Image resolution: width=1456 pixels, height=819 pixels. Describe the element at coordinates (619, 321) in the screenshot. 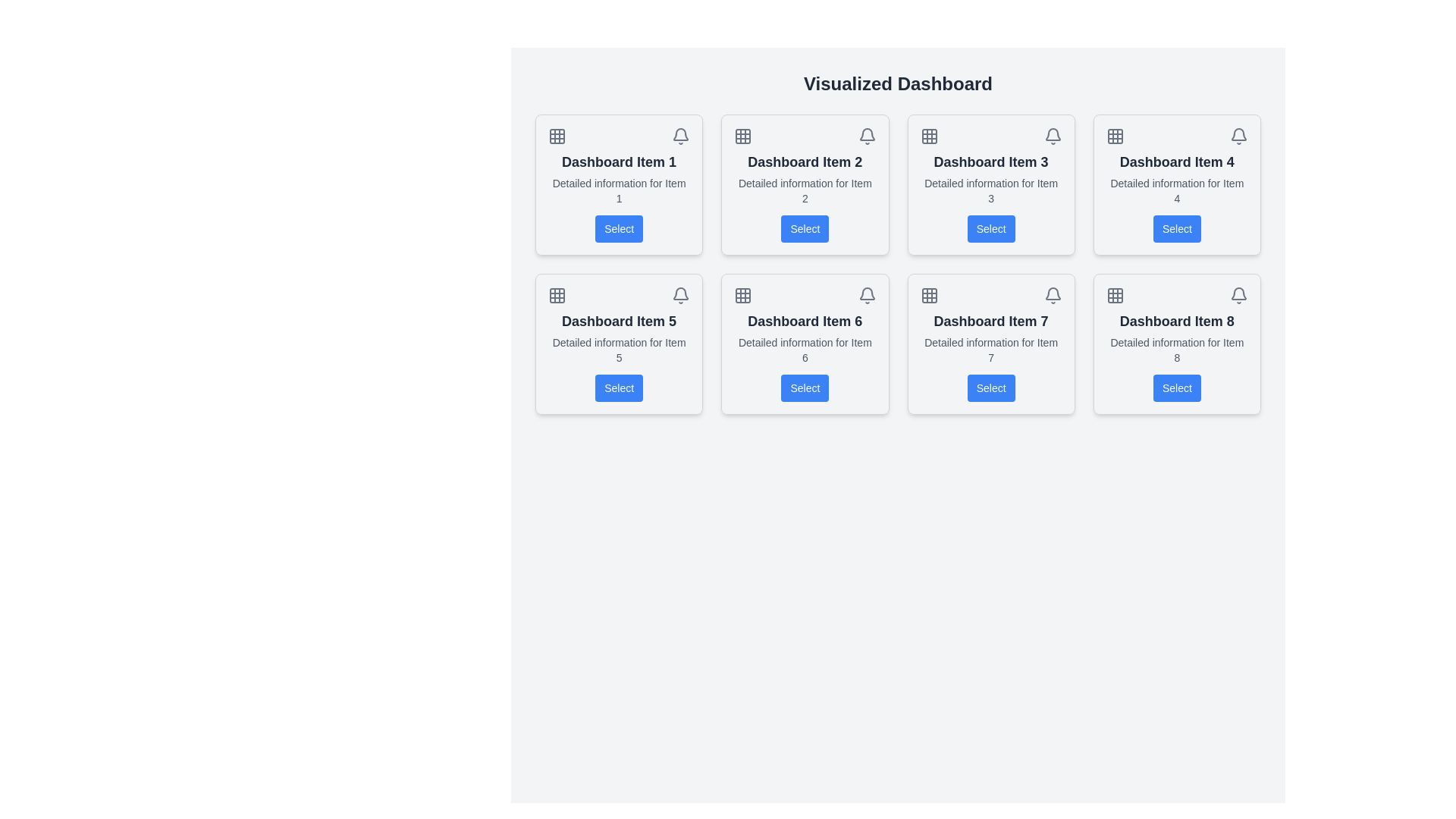

I see `title of the Text Label displaying 'Dashboard Item 5' which is prominently styled in bold and dark gray within the first card of the second row in the grid layout` at that location.